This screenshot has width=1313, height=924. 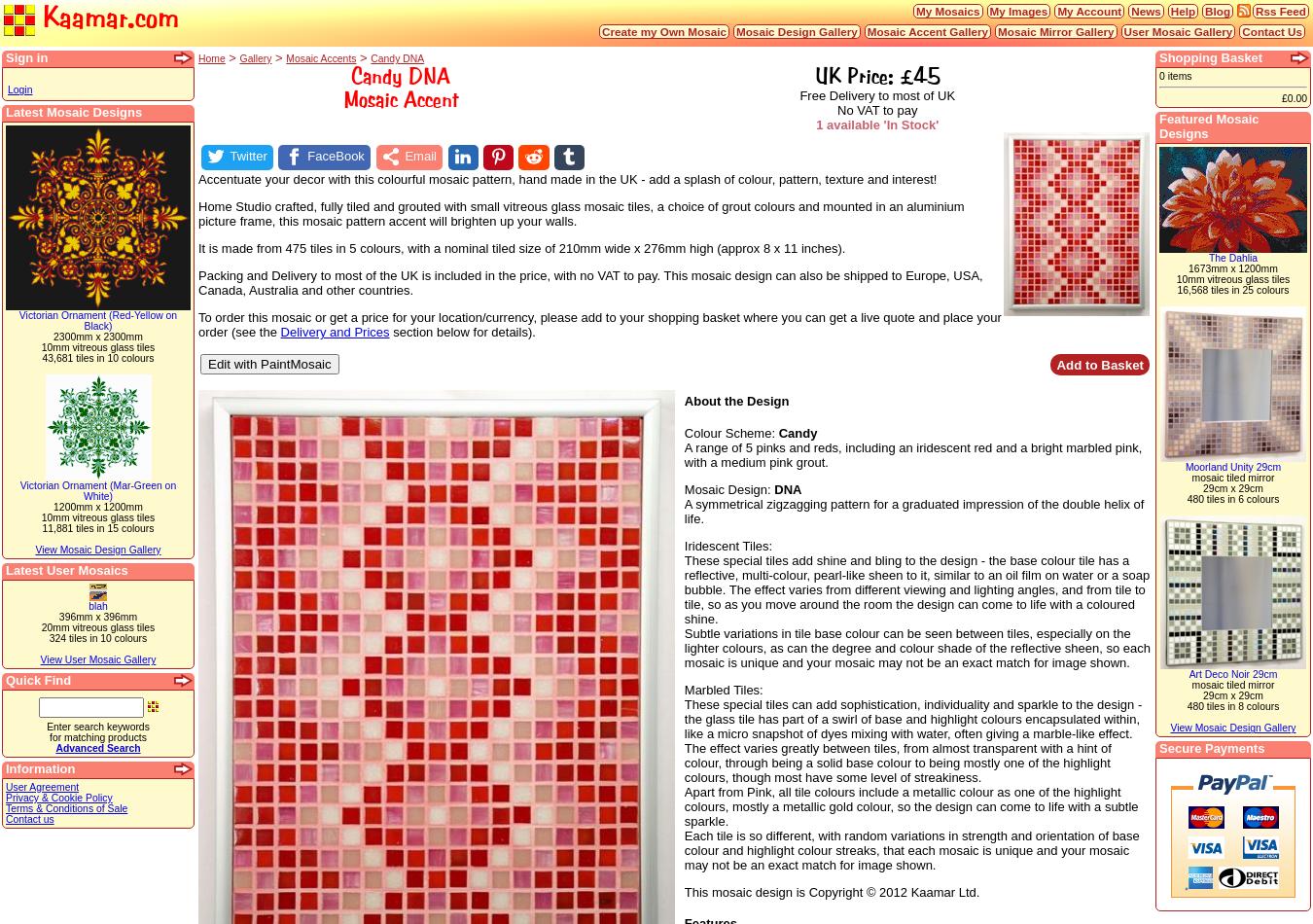 I want to click on '16,568 tiles in 25 colours', so click(x=1232, y=289).